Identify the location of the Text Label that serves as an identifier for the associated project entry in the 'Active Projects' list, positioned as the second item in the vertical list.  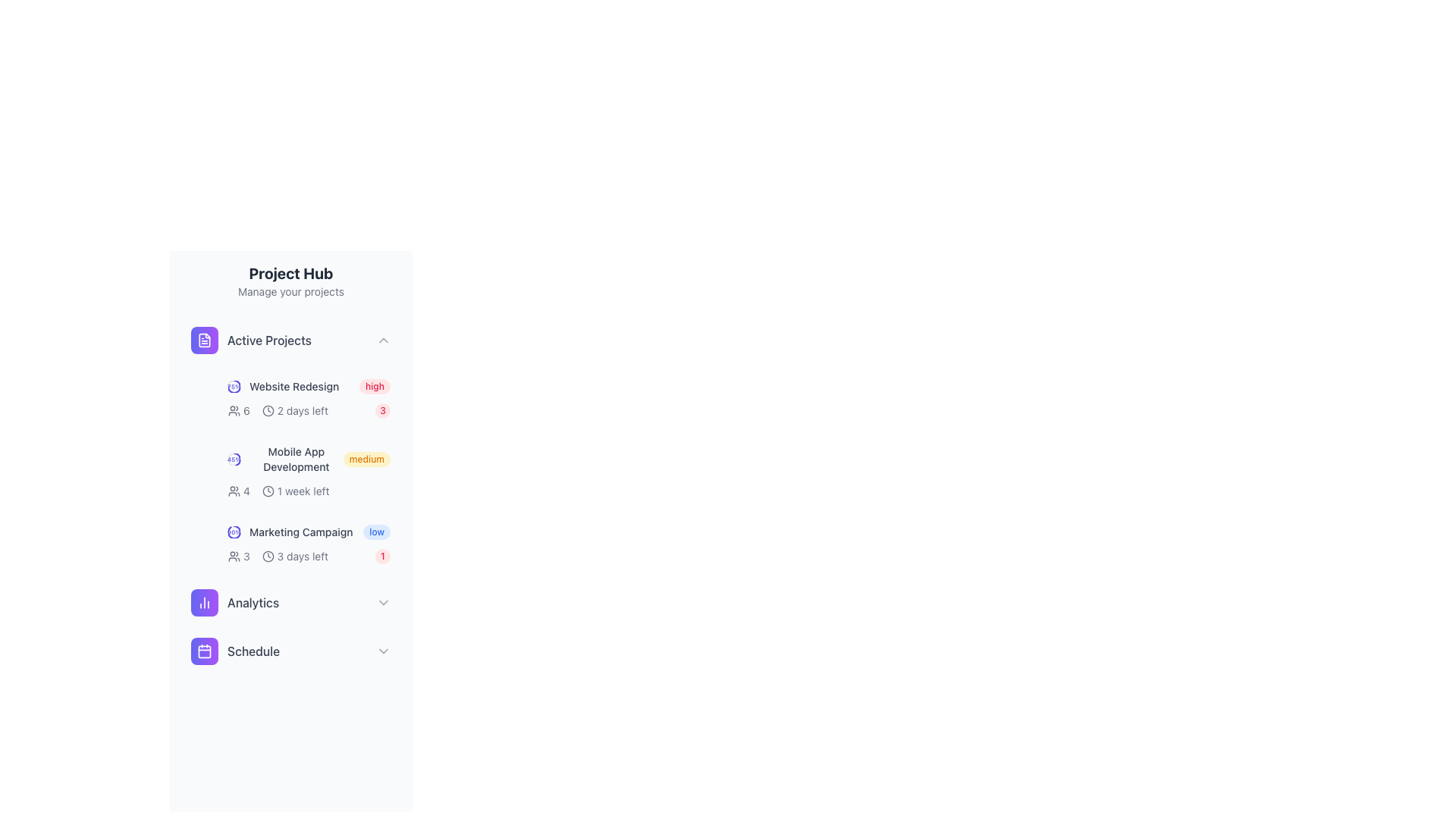
(294, 385).